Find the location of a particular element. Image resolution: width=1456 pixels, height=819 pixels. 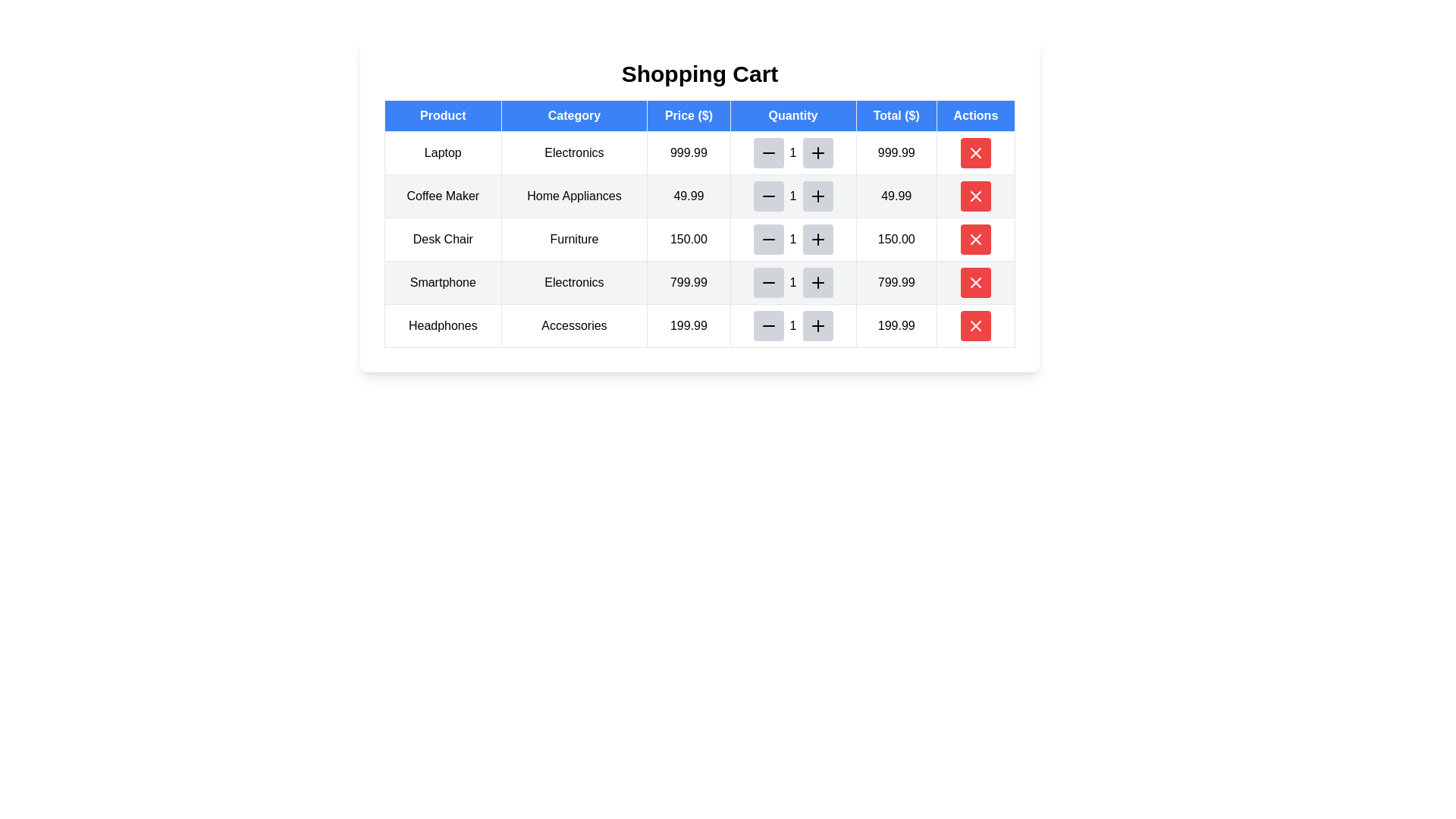

the text element displaying the price '150.00' in the shopping cart UI, located in the second column of the row labeled 'Desk Chair' and 'Furniture' is located at coordinates (688, 239).